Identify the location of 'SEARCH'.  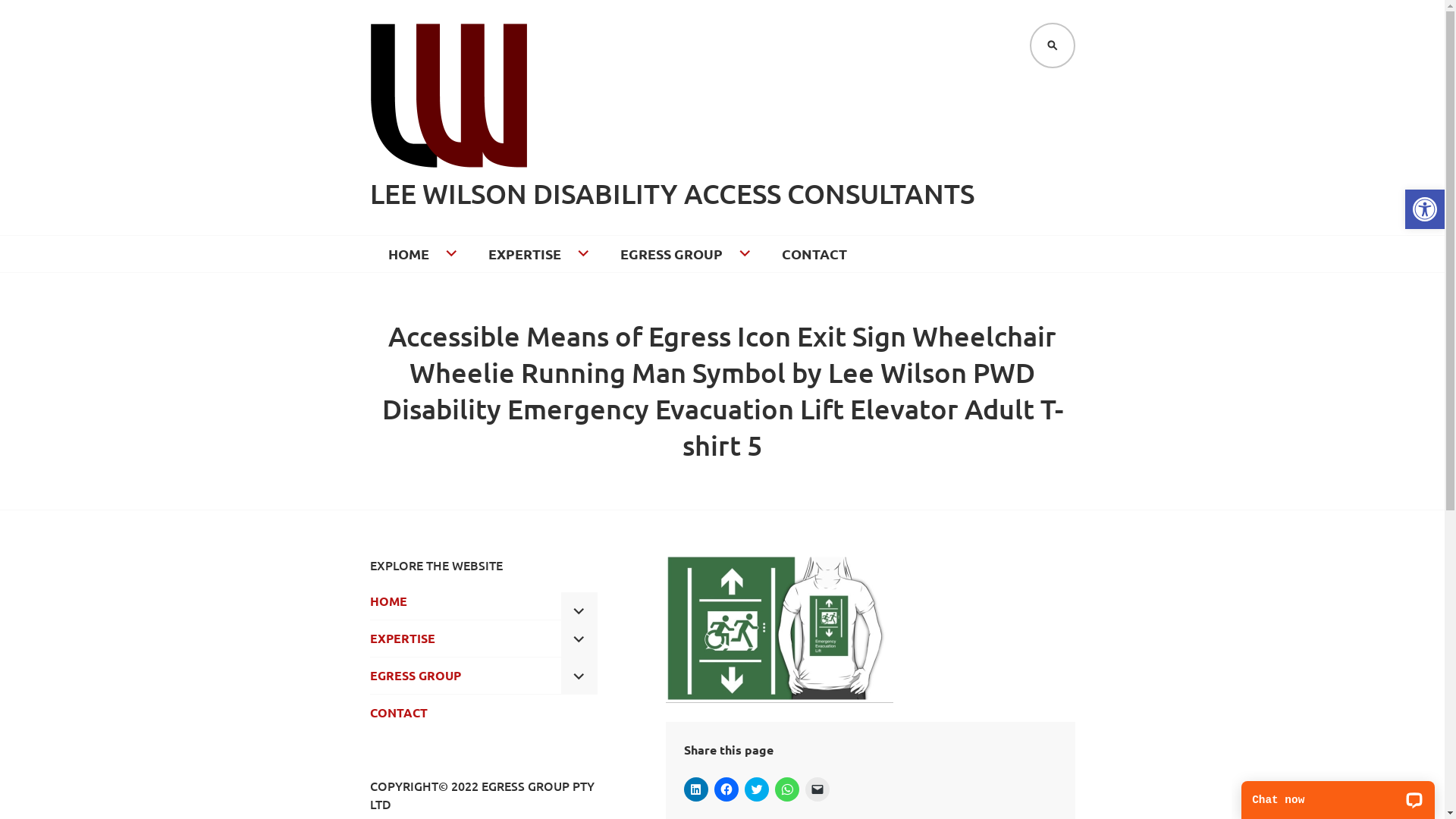
(1051, 45).